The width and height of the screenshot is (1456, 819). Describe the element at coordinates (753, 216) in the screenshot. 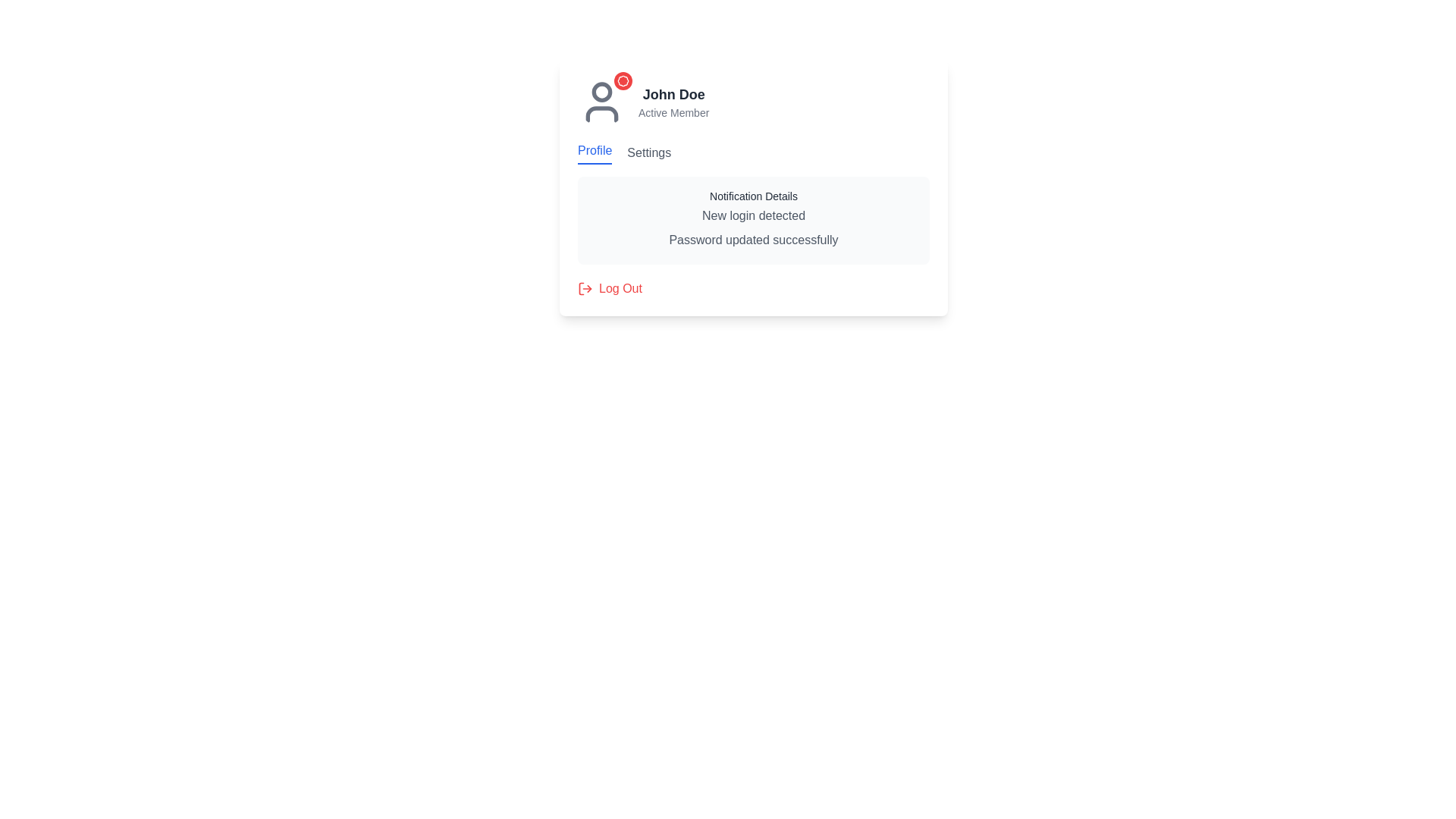

I see `the text label displaying 'New login detected' which is located at the top of the notification list` at that location.